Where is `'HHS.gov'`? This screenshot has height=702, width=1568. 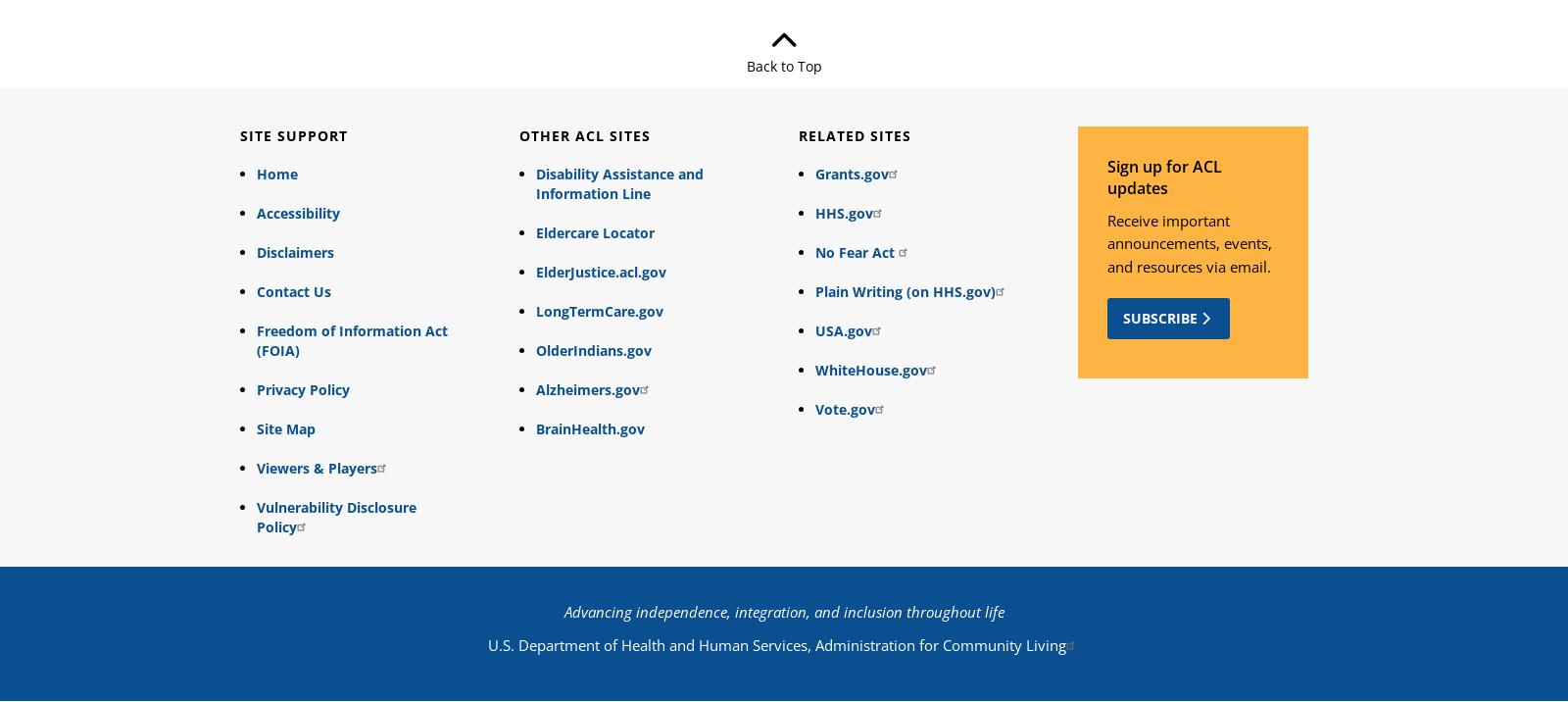
'HHS.gov' is located at coordinates (842, 212).